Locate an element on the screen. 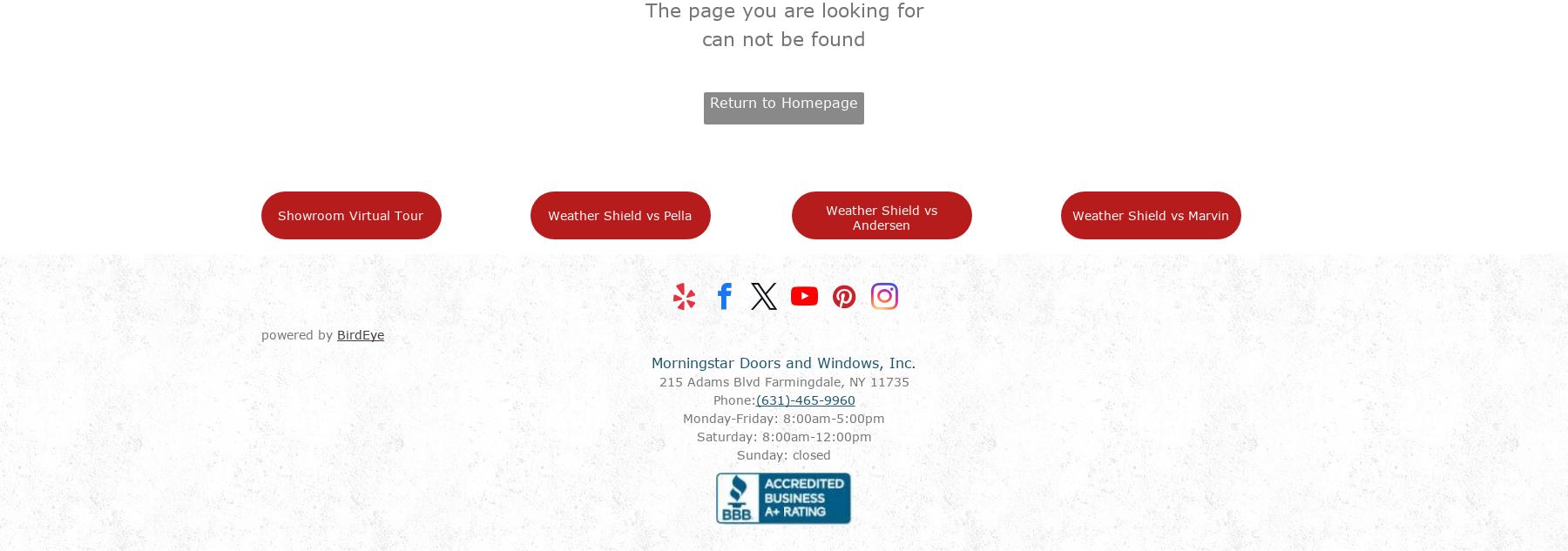 Image resolution: width=1568 pixels, height=551 pixels. 'Velux' is located at coordinates (904, 484).